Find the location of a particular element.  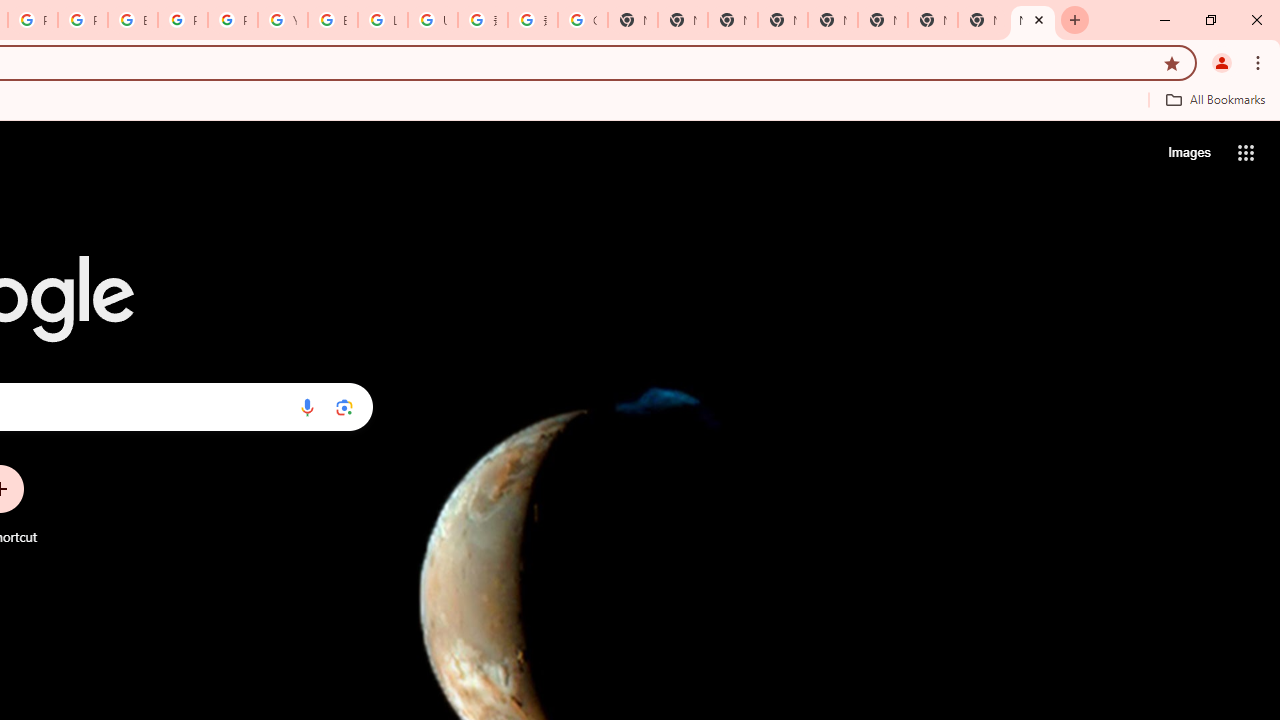

'New Tab' is located at coordinates (1074, 20).